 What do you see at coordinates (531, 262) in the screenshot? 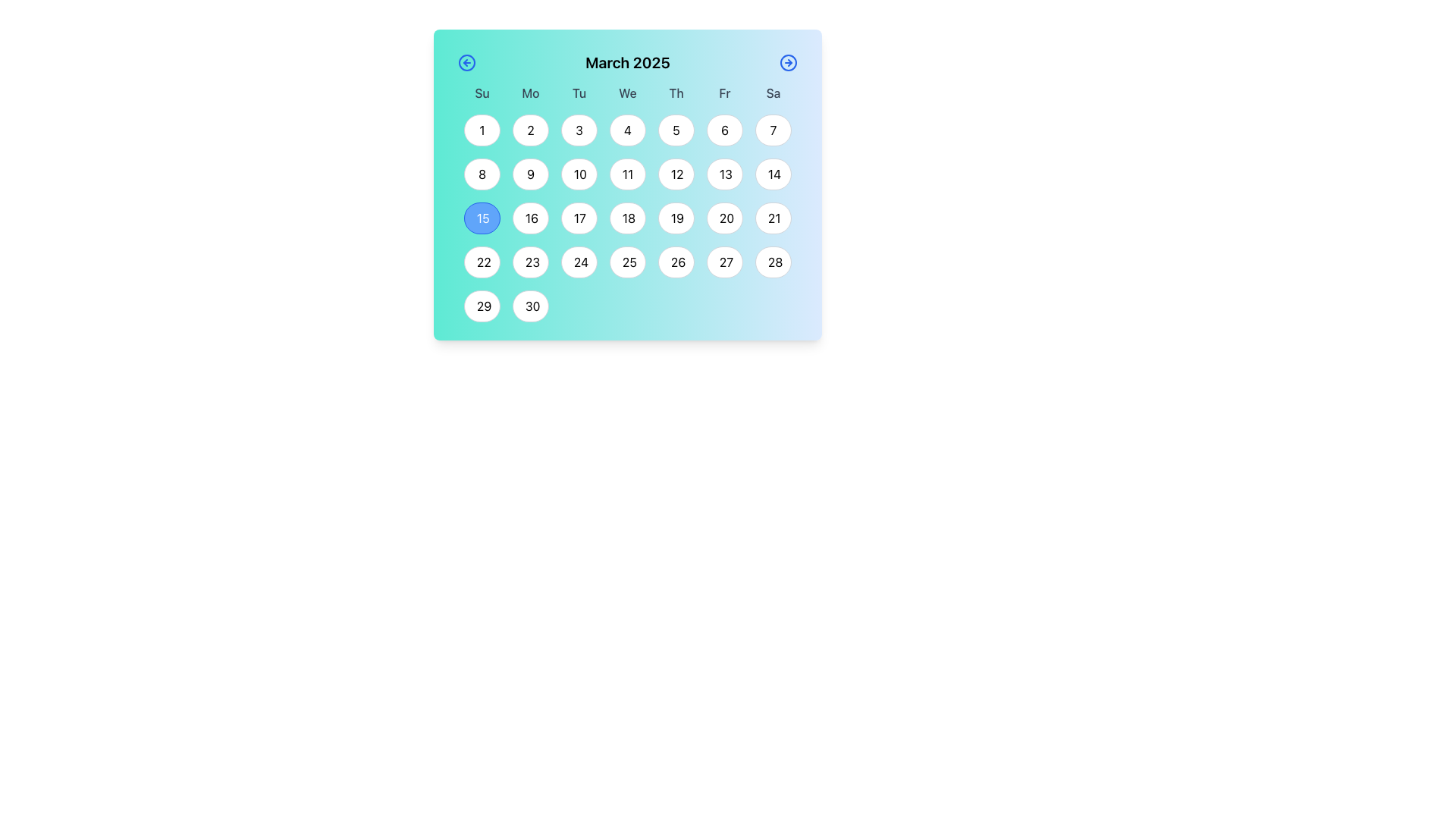
I see `the calendar date button representing '23' (Tuesday) to change its appearance` at bounding box center [531, 262].